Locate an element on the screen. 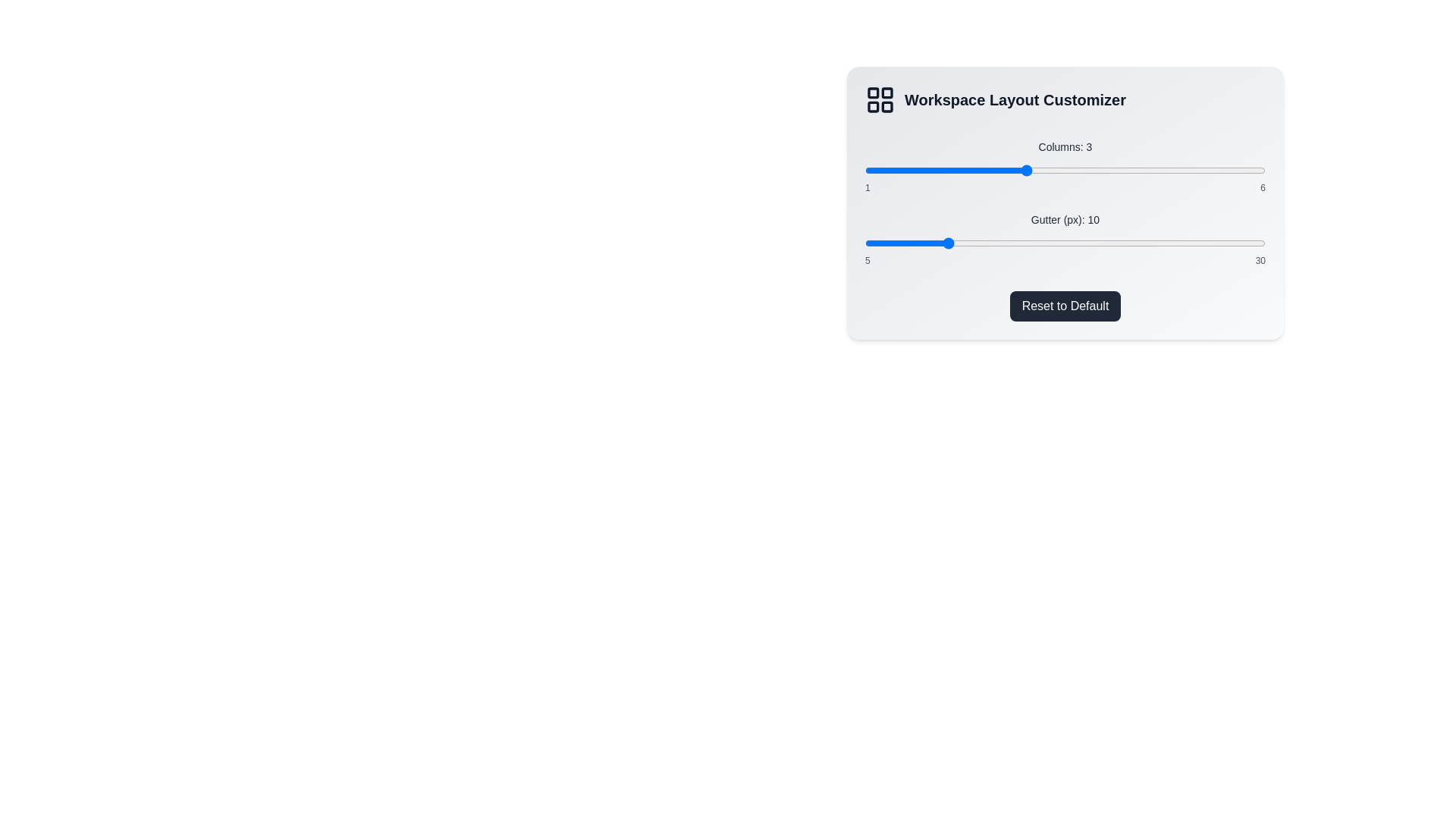 The width and height of the screenshot is (1456, 819). the 'Gutter (px)' slider to set the gutter size to 8 px is located at coordinates (912, 242).